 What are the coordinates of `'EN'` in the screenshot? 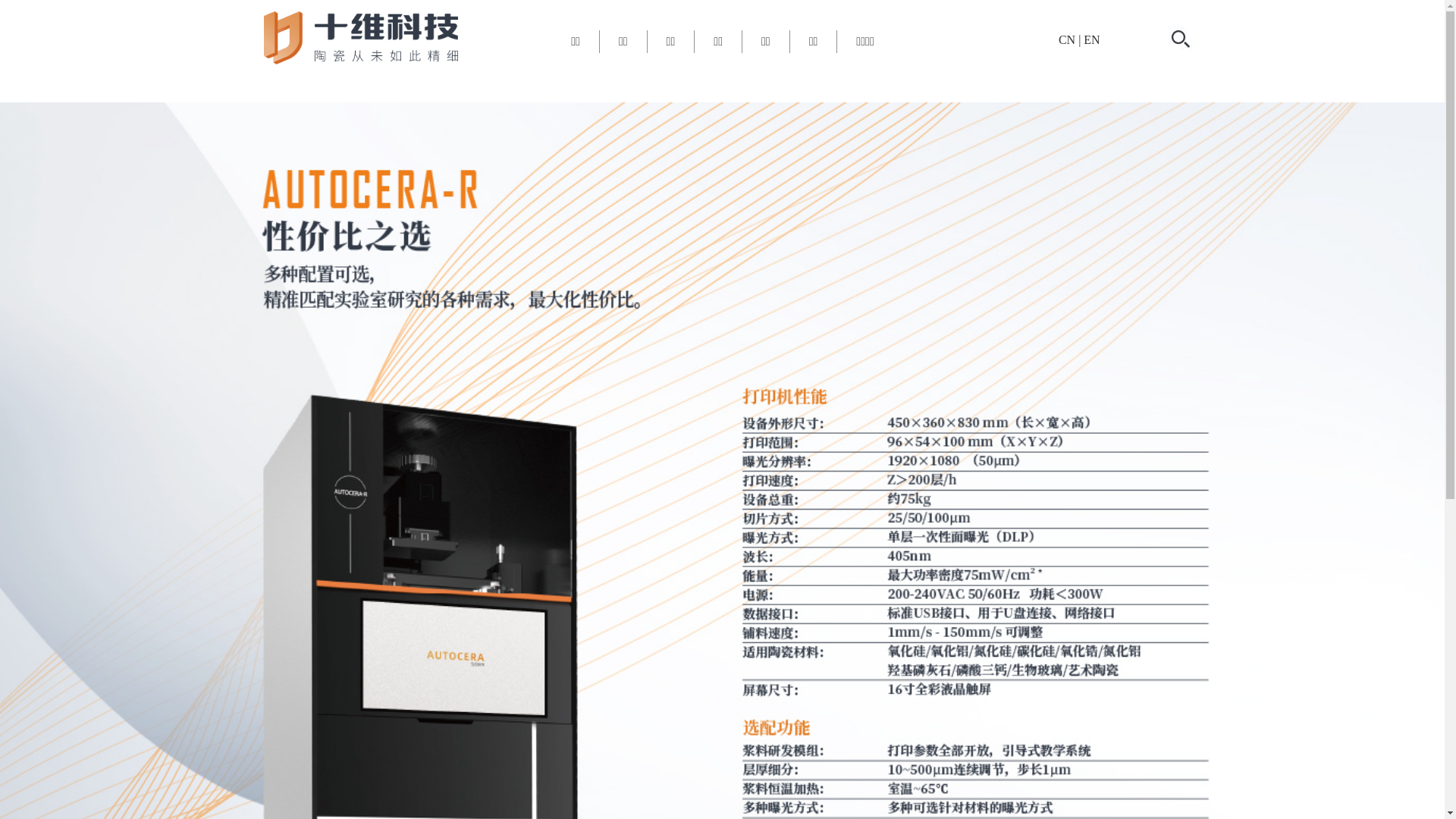 It's located at (1090, 39).